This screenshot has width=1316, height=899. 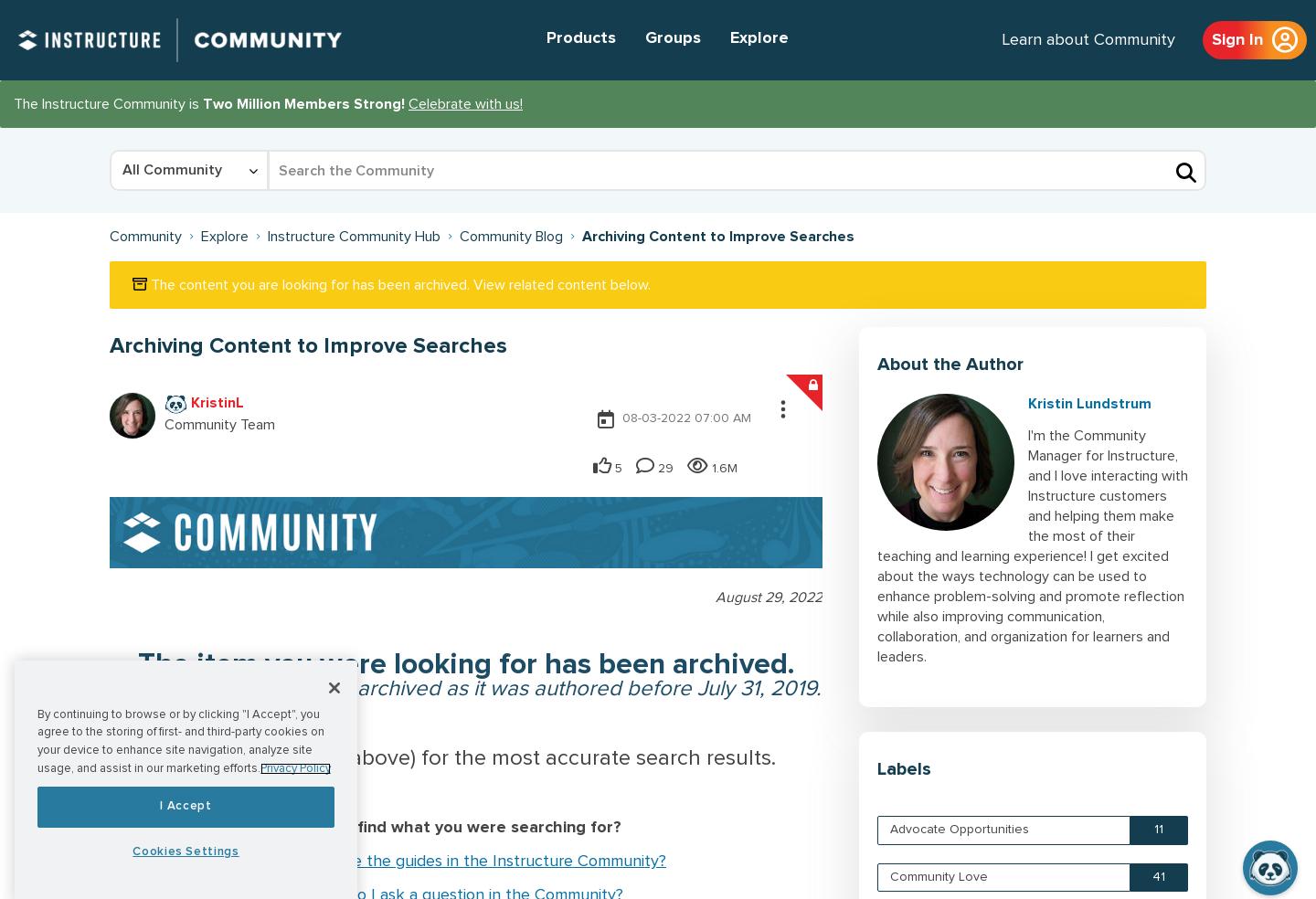 I want to click on 'The Instructure Community is', so click(x=12, y=103).